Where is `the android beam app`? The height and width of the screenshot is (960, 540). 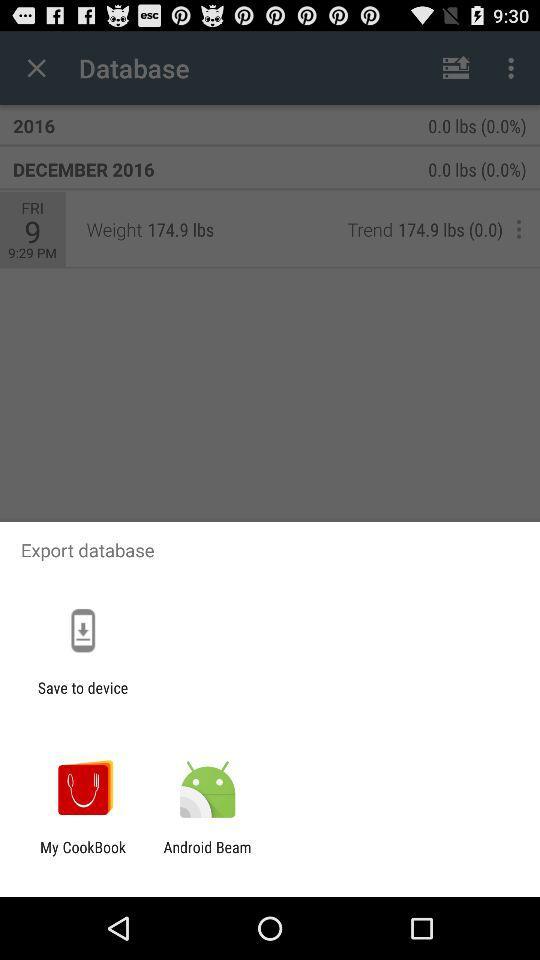 the android beam app is located at coordinates (206, 855).